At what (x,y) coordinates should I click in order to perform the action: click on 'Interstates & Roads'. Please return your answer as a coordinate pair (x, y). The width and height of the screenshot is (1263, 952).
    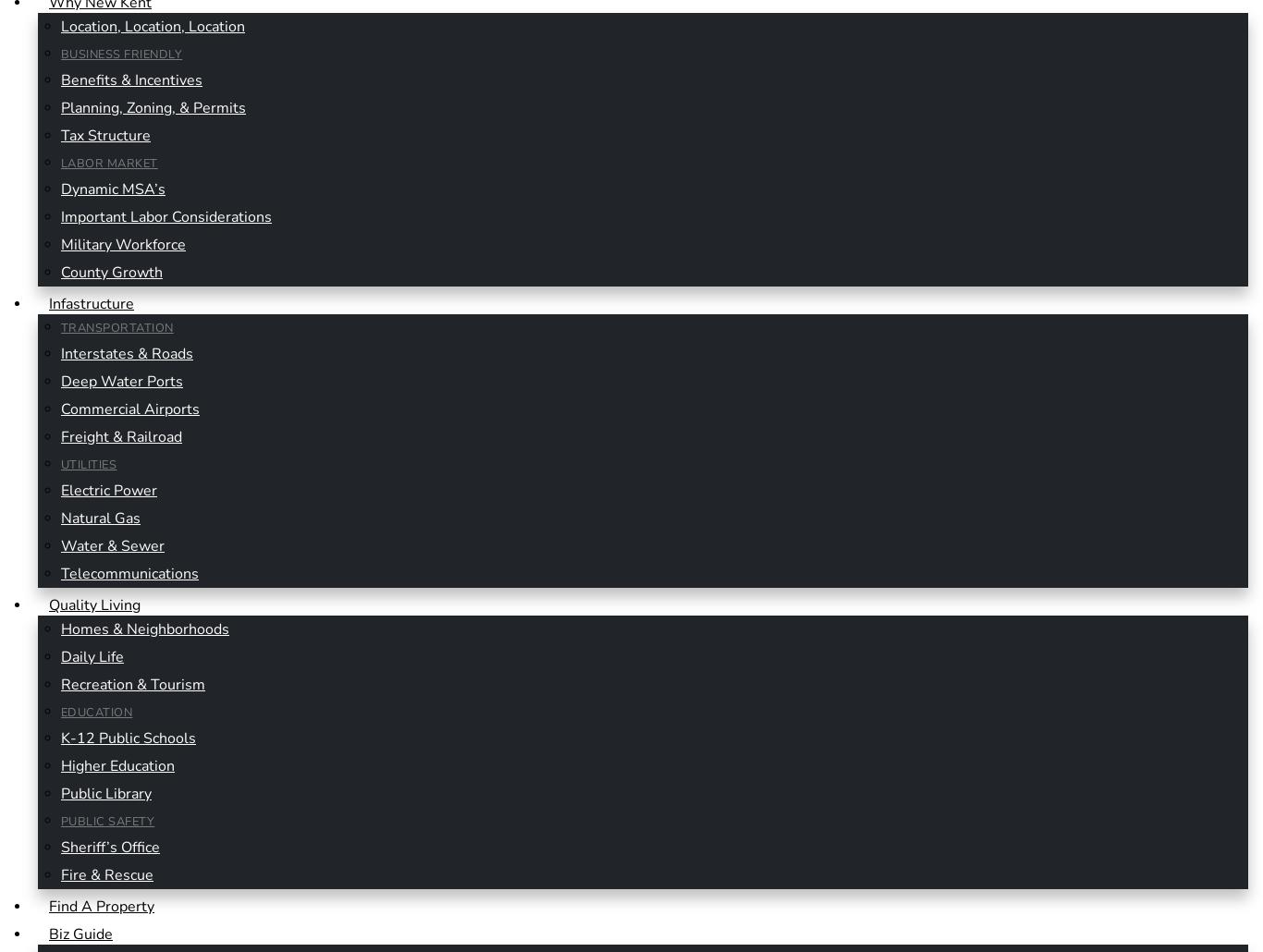
    Looking at the image, I should click on (126, 353).